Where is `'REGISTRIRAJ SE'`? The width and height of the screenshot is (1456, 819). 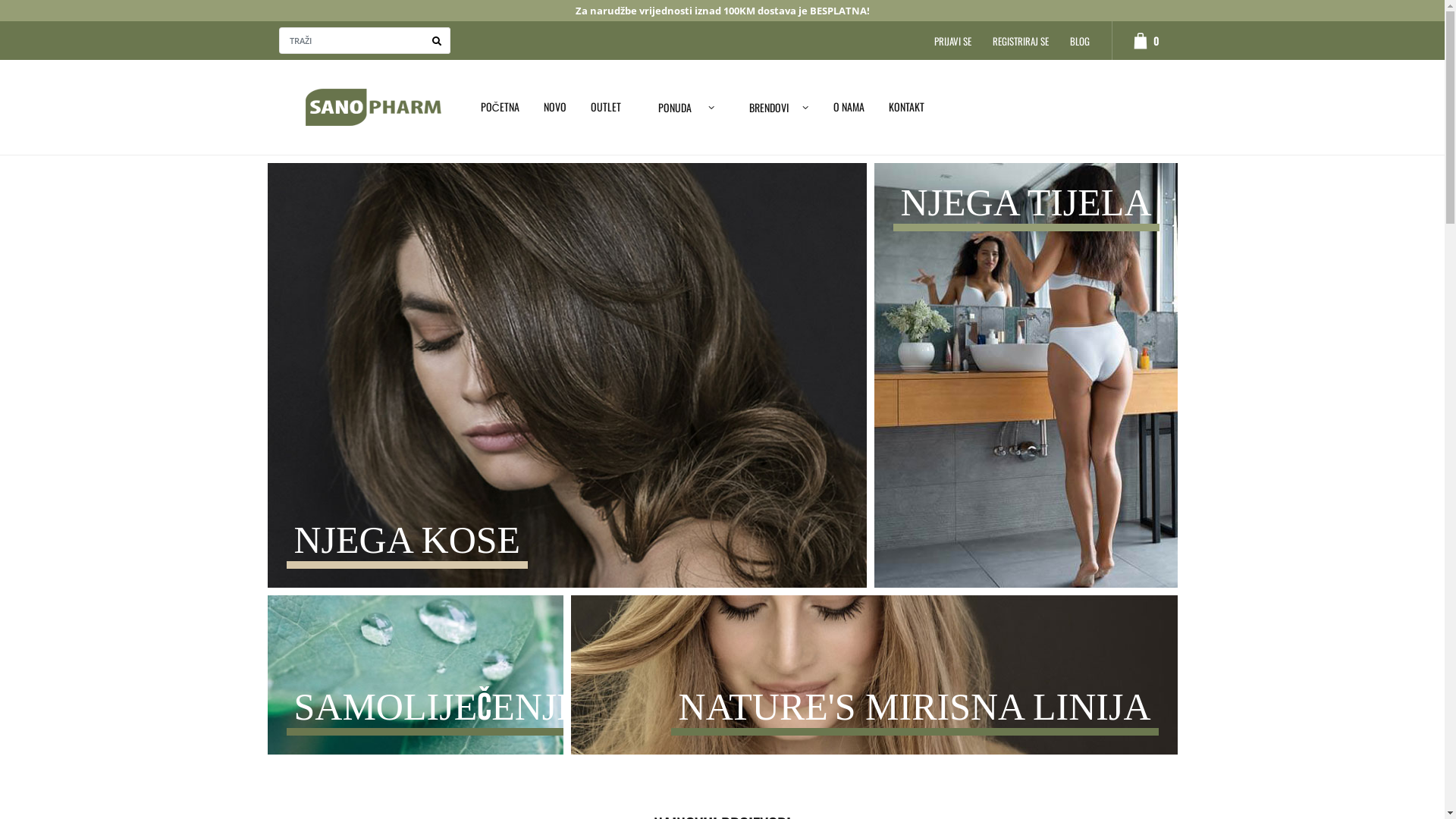 'REGISTRIRAJ SE' is located at coordinates (1020, 40).